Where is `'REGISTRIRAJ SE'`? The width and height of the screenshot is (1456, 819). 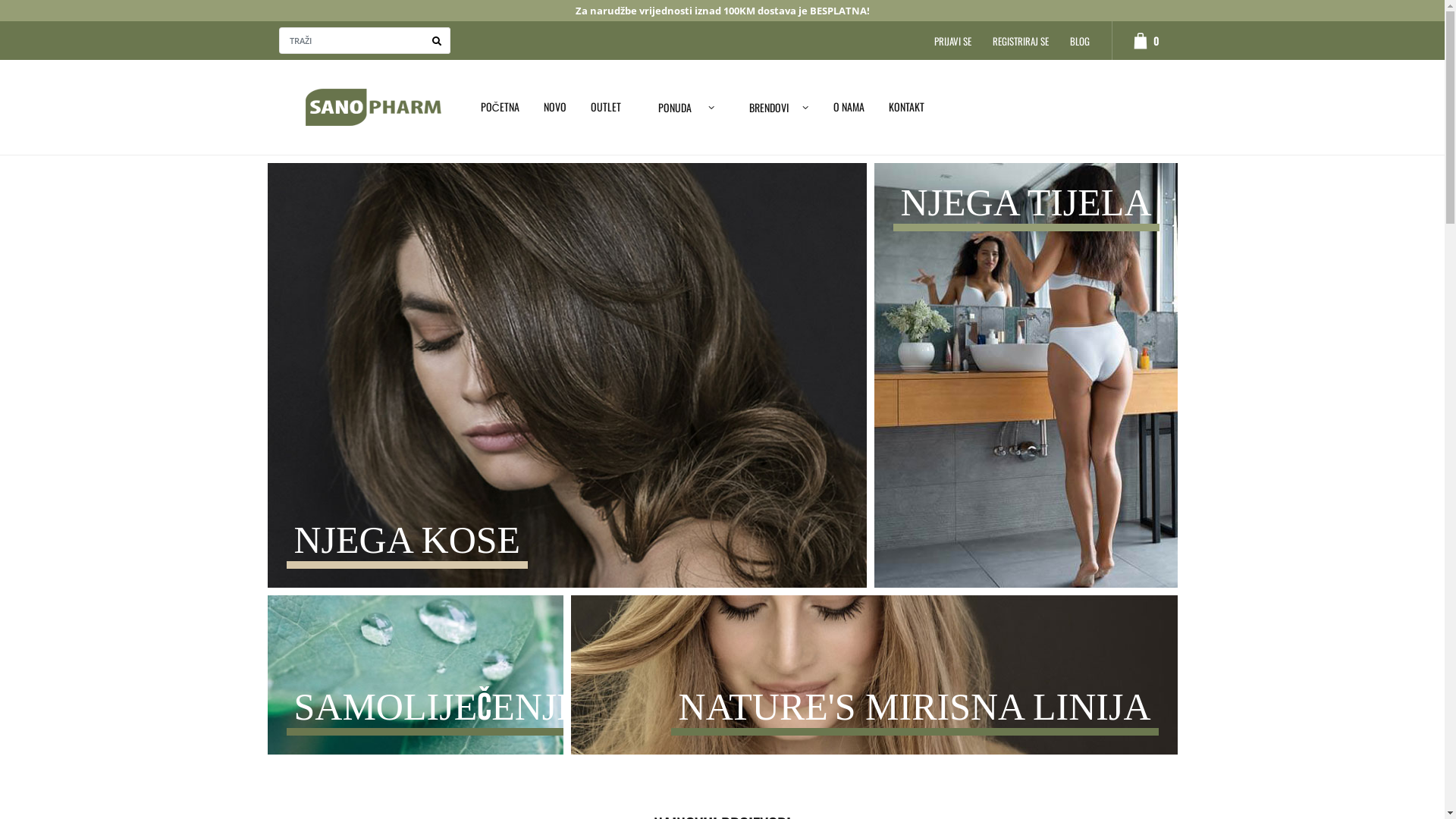 'REGISTRIRAJ SE' is located at coordinates (1020, 40).